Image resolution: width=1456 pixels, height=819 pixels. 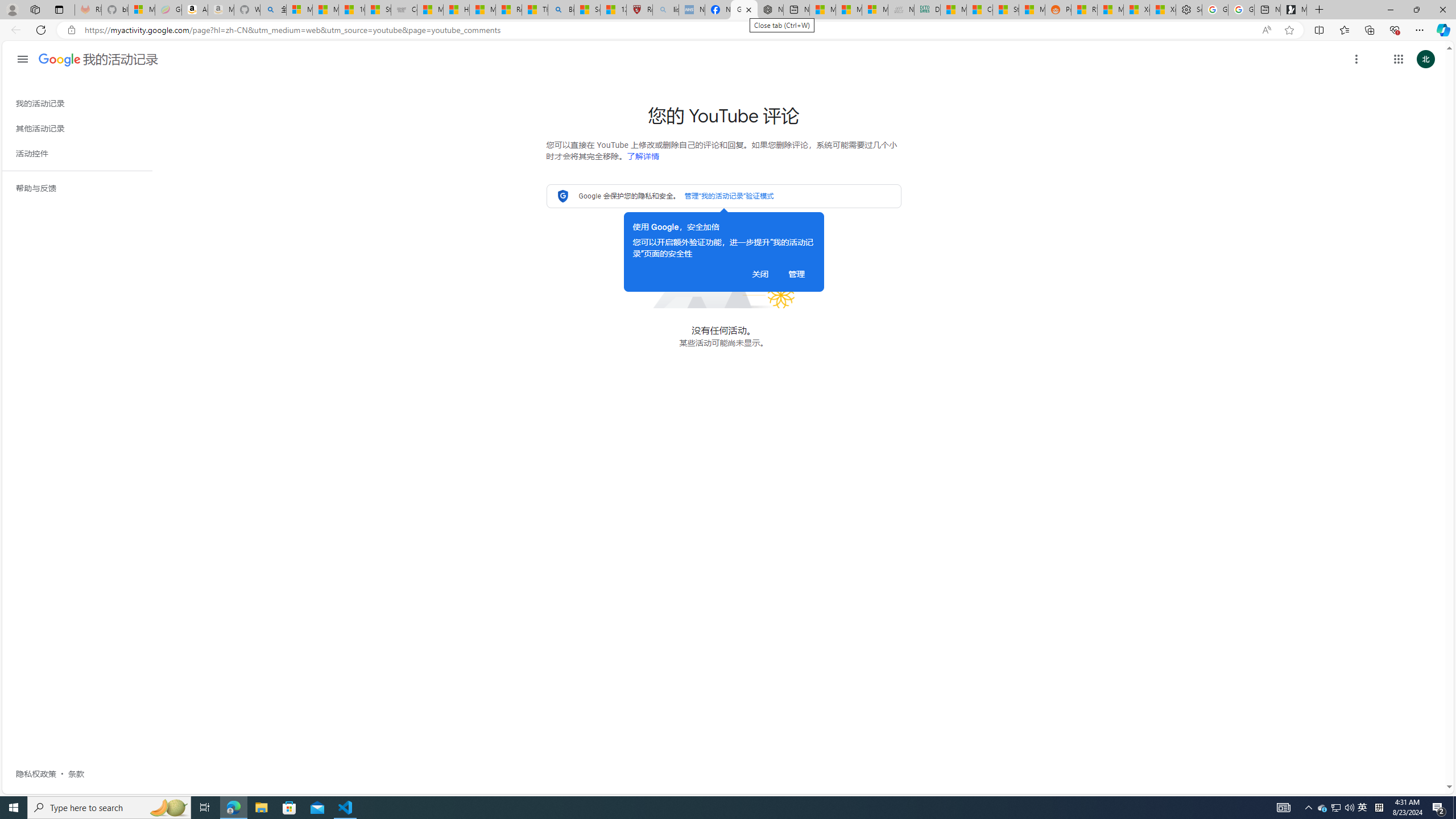 I want to click on 'Microsoft-Report a Concern to Bing', so click(x=141, y=9).